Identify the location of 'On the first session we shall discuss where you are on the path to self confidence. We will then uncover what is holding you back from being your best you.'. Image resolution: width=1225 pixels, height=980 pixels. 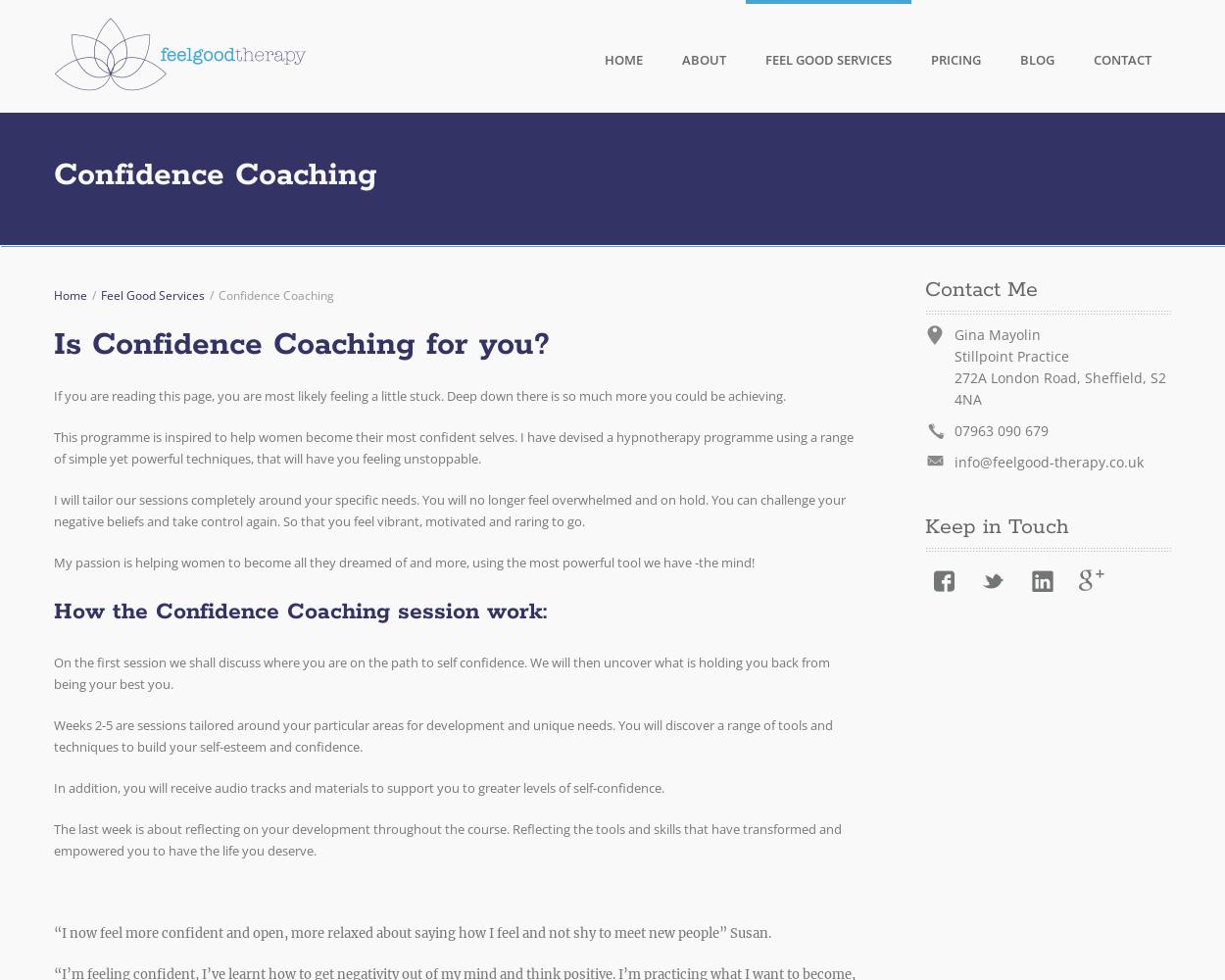
(54, 673).